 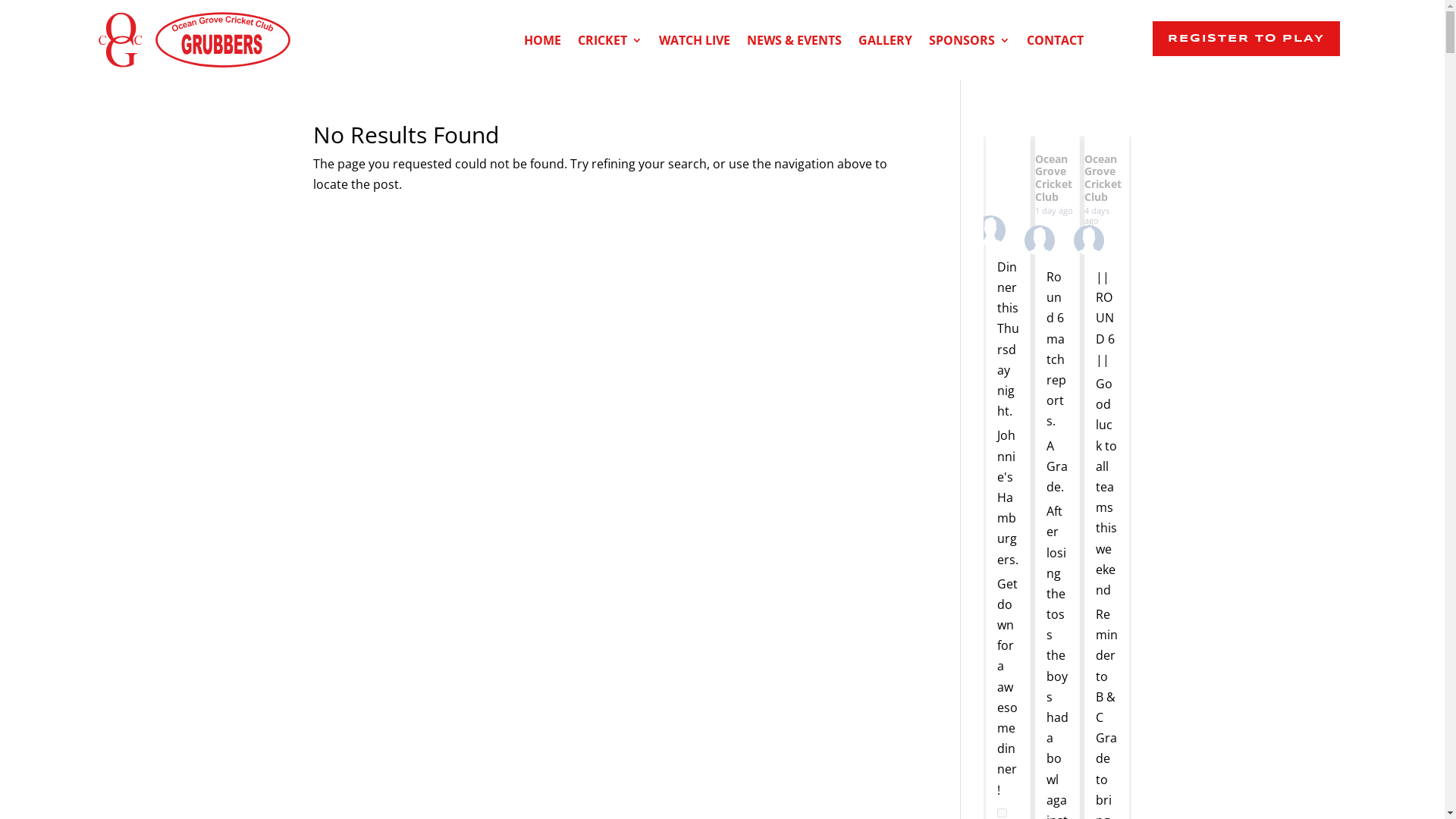 I want to click on 'CONTACT', so click(x=1054, y=42).